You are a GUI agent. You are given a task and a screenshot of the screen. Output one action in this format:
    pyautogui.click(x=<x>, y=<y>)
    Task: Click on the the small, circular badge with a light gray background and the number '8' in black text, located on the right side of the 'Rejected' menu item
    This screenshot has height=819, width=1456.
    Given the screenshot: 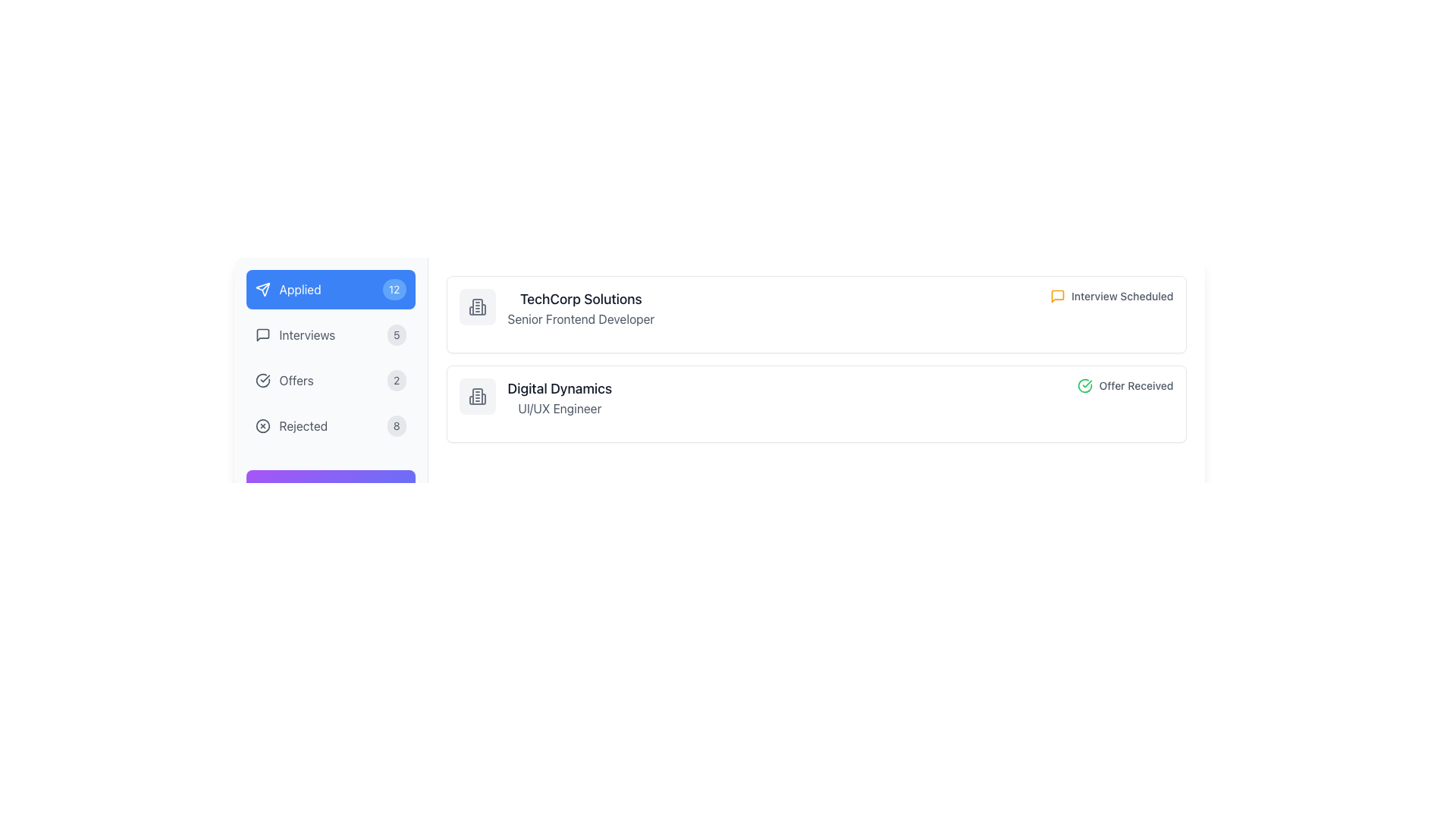 What is the action you would take?
    pyautogui.click(x=397, y=426)
    